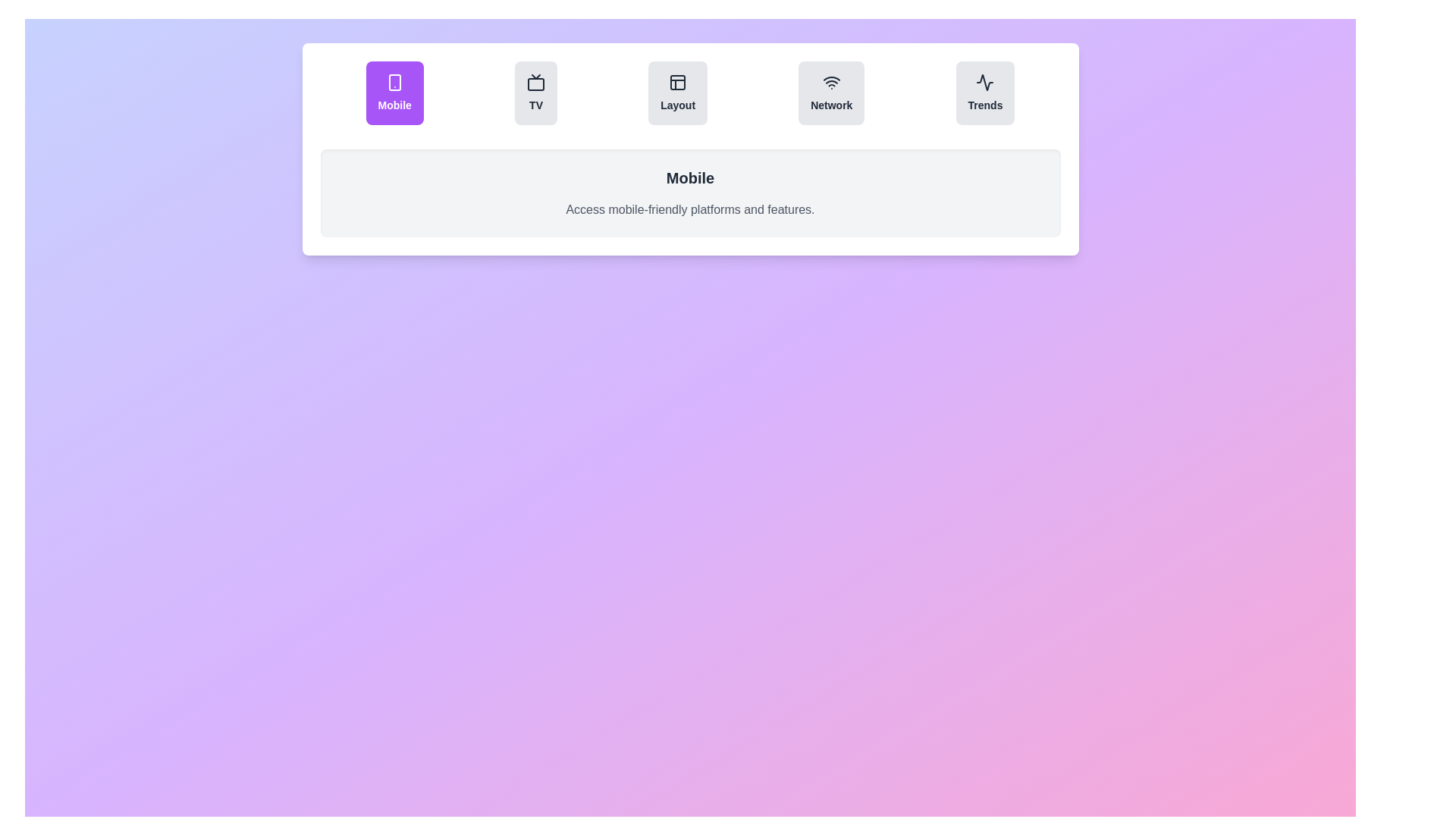 This screenshot has height=819, width=1456. What do you see at coordinates (830, 93) in the screenshot?
I see `the 'Network' clickable card tile, which features a Wi-Fi icon and is the fourth tile in the row, to scale it slightly` at bounding box center [830, 93].